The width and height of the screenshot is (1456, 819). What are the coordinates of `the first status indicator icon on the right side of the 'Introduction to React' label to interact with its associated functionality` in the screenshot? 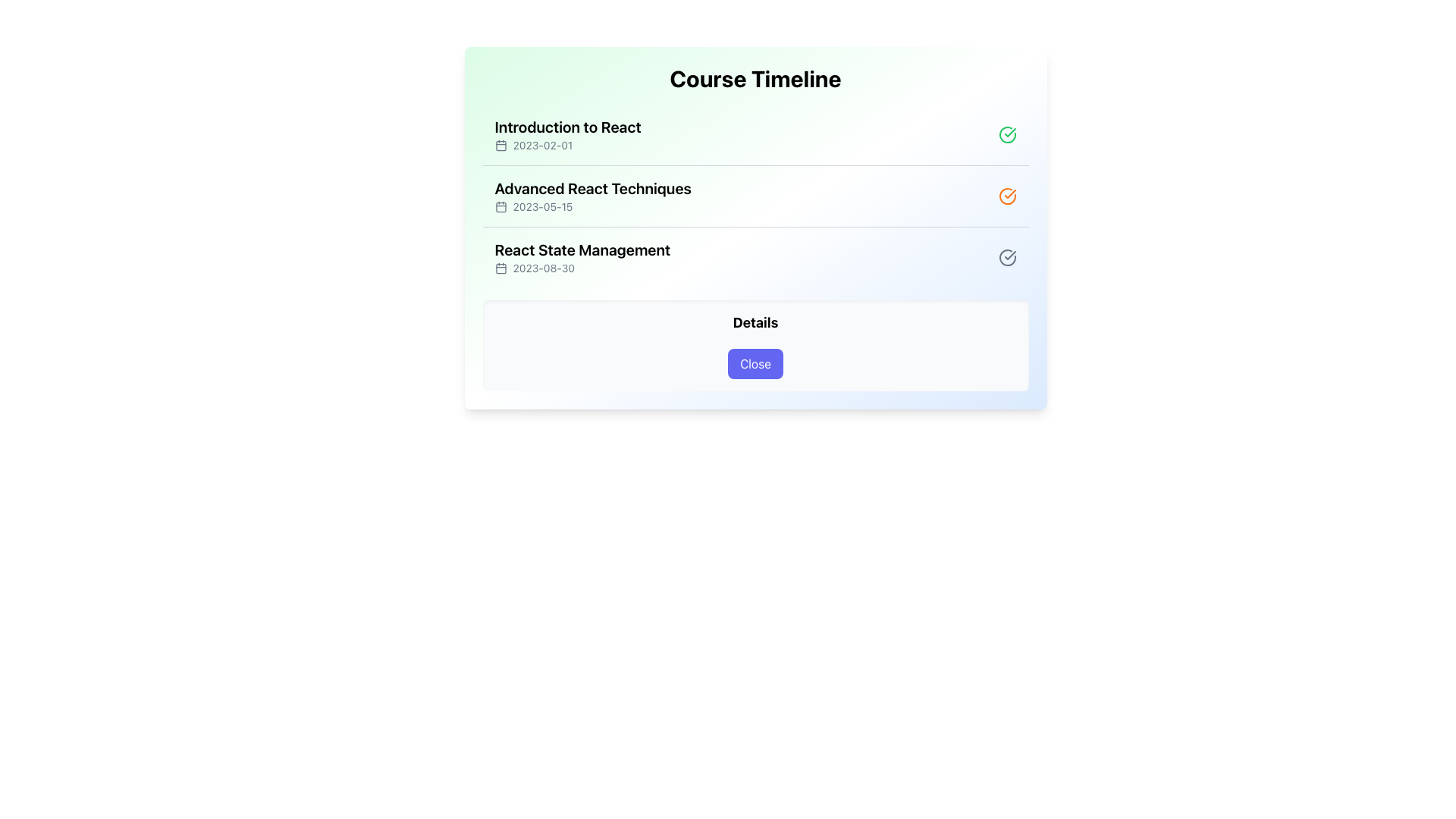 It's located at (1007, 133).